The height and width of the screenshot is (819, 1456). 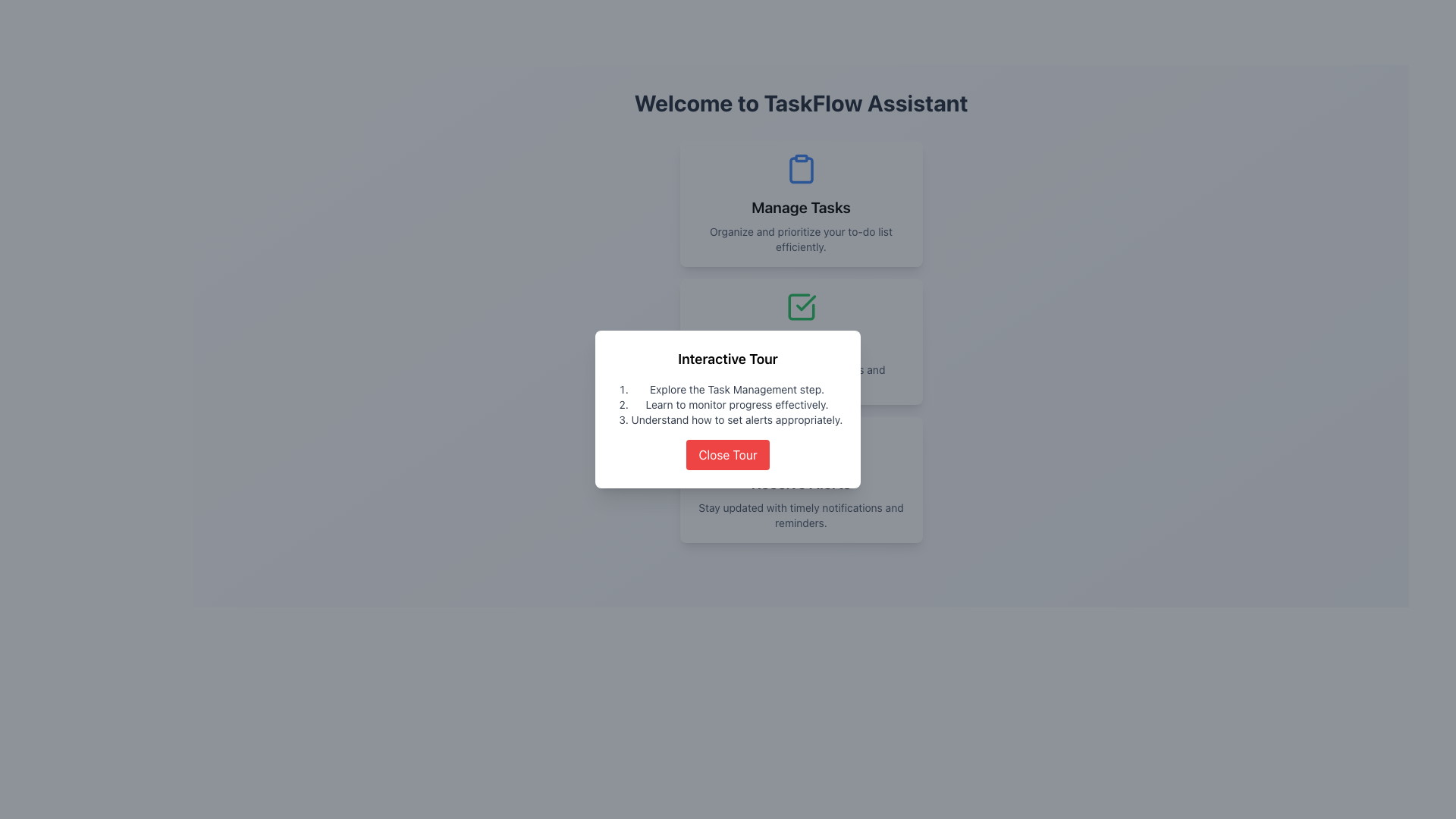 I want to click on the text element that reads 'Understand how to set alerts appropriately.' within the modal labeled 'Interactive Tour', so click(x=736, y=420).